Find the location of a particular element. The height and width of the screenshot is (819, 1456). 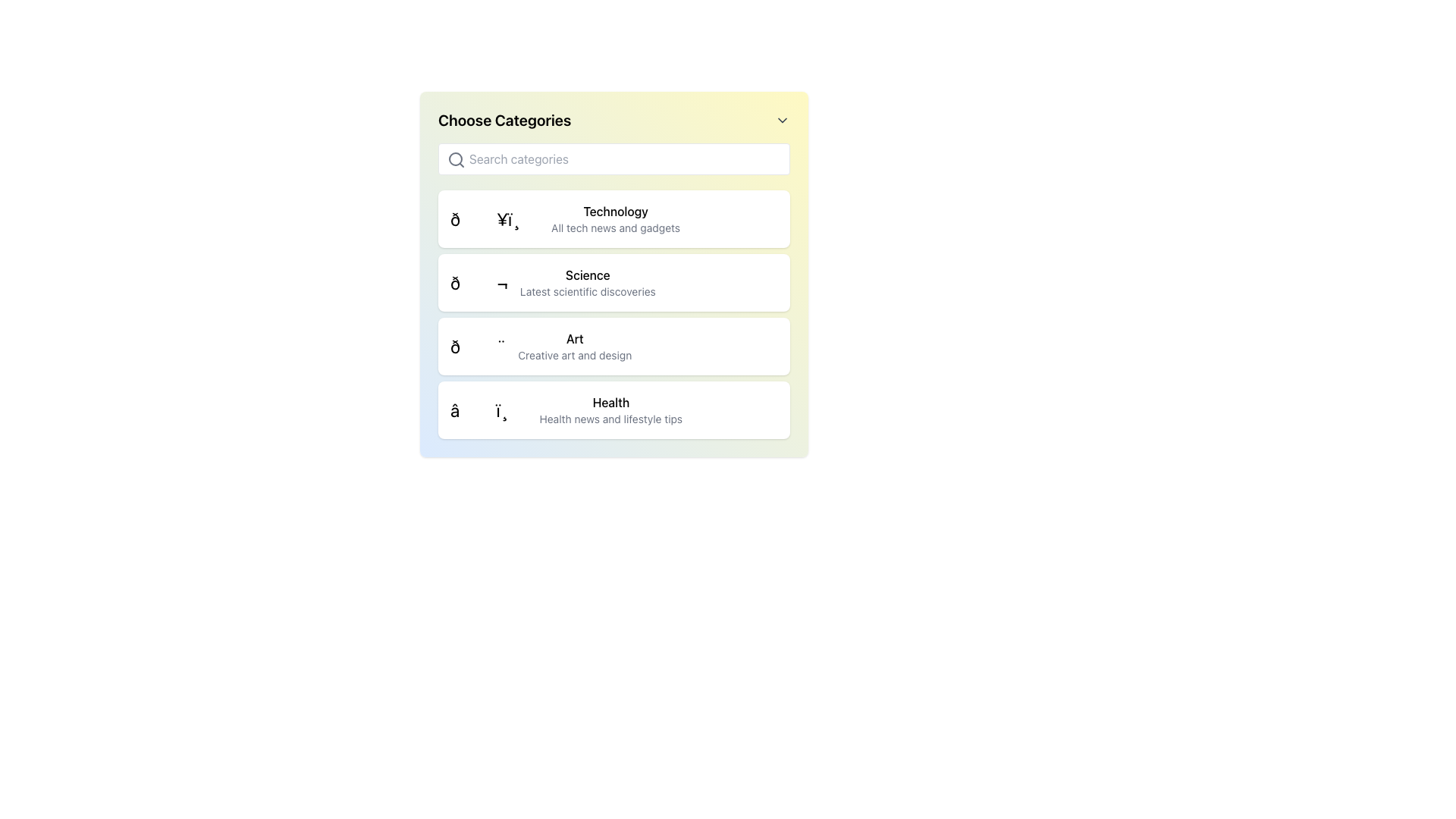

text label stating 'Health news and lifestyle tips' which is centrally aligned below the 'Health' title in the fourth entry of the category list is located at coordinates (610, 419).